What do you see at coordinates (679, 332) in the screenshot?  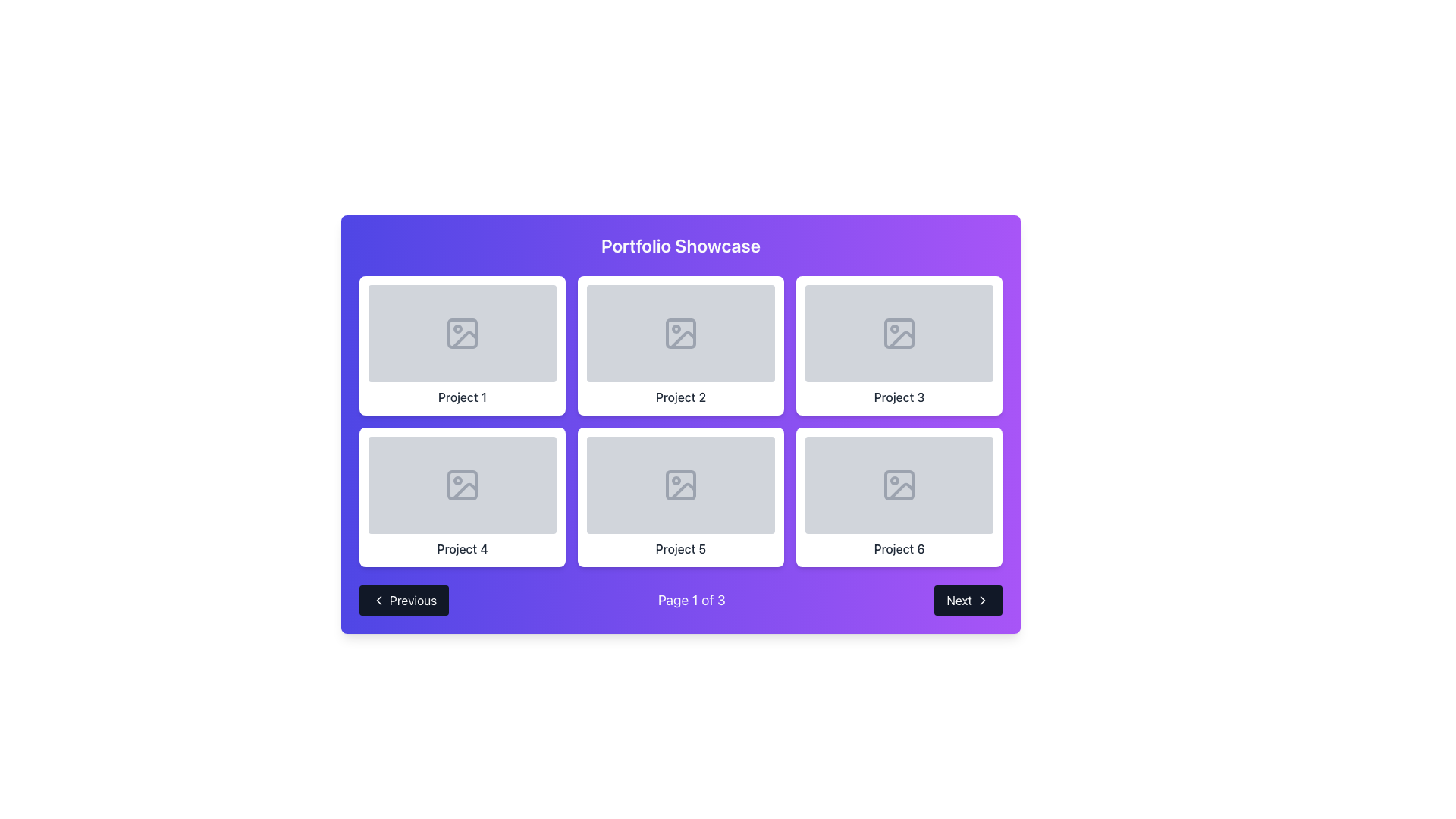 I see `the icon in the second column of the first row within the 'Portfolio Showcase' grid, which consists of a small circle and a diagonal line in gray, located inside a rounded rectangle` at bounding box center [679, 332].